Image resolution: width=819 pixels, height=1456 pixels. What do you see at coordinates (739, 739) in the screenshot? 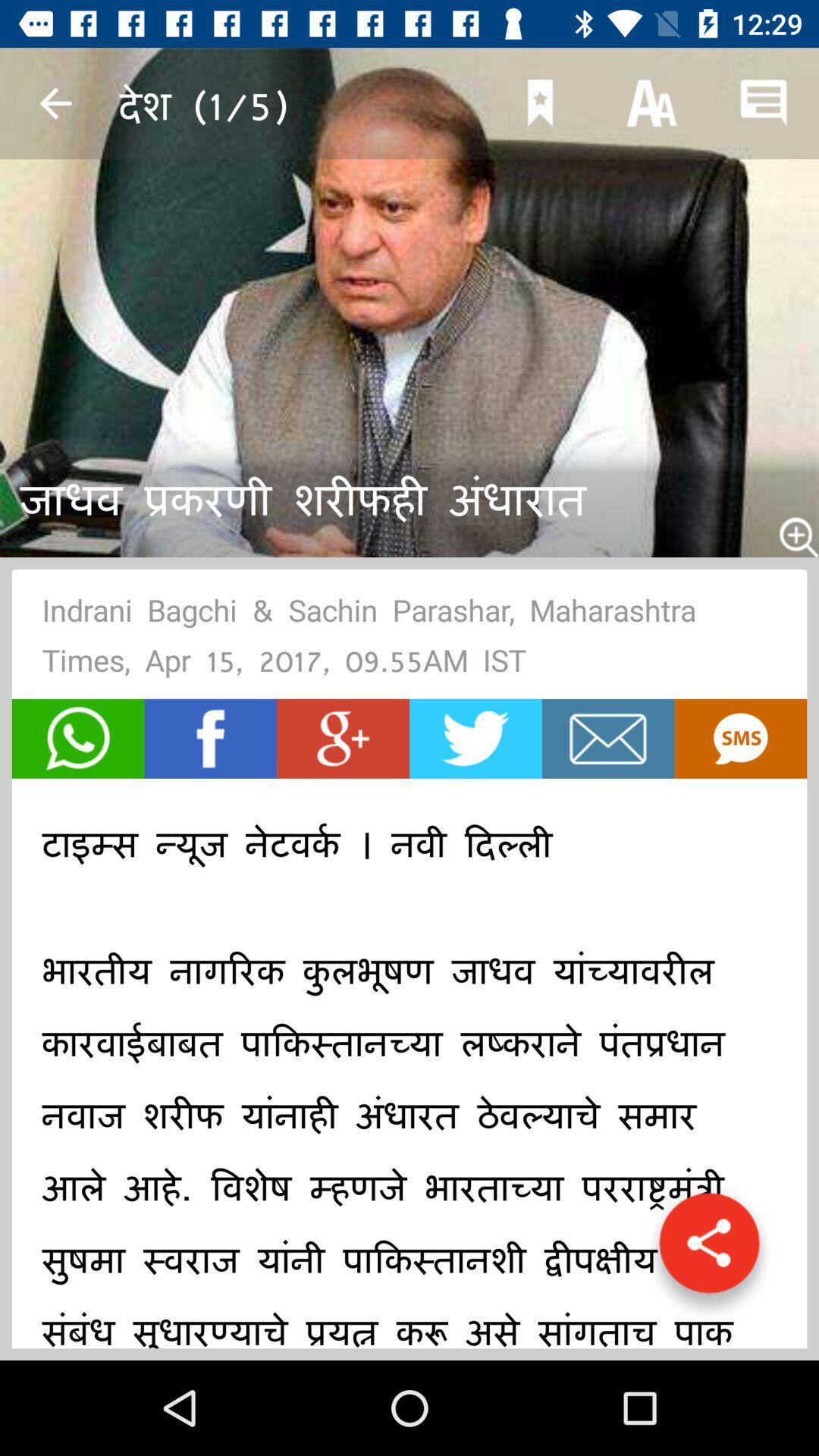
I see `share via text button` at bounding box center [739, 739].